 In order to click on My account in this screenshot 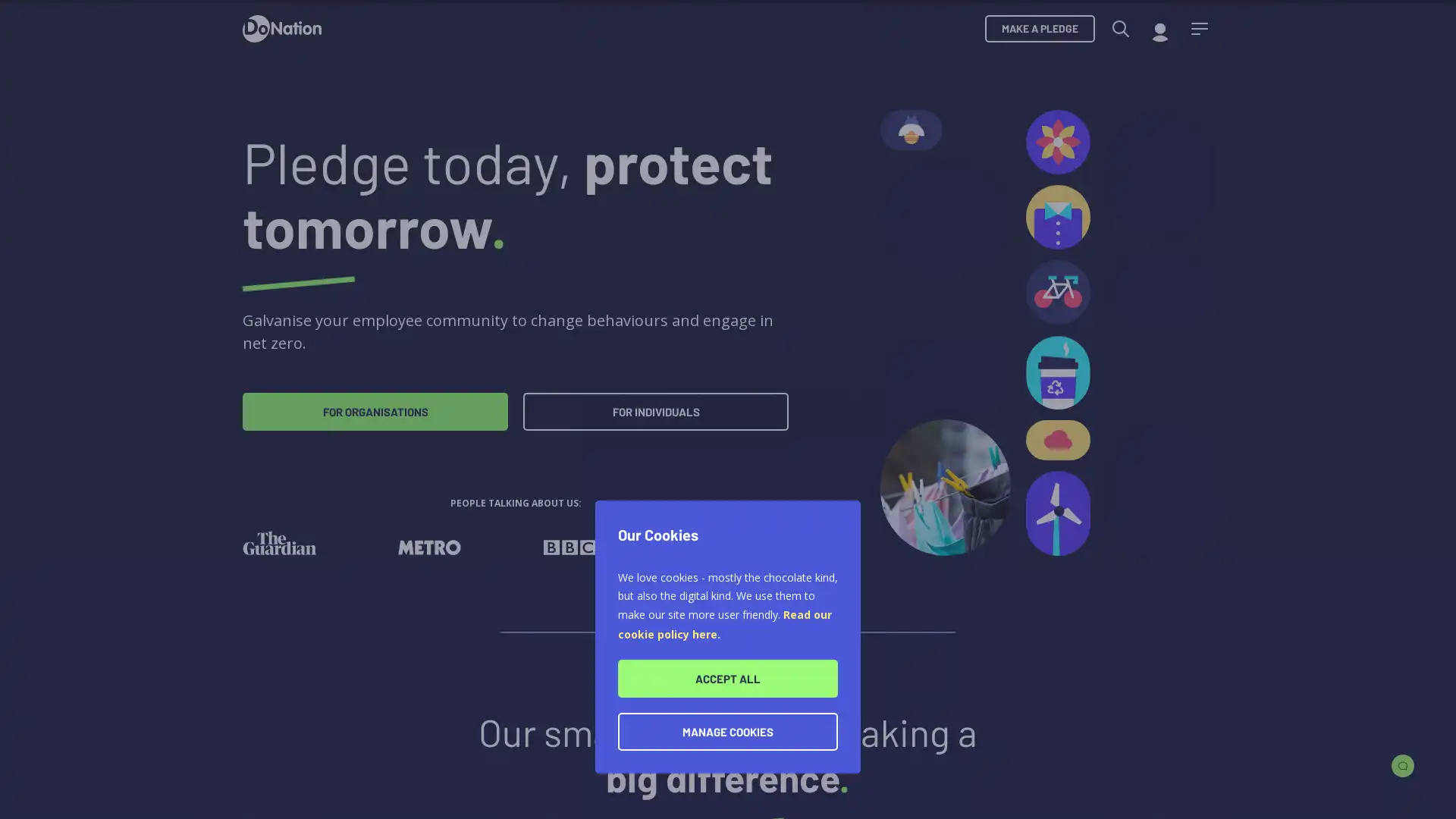, I will do `click(1159, 29)`.